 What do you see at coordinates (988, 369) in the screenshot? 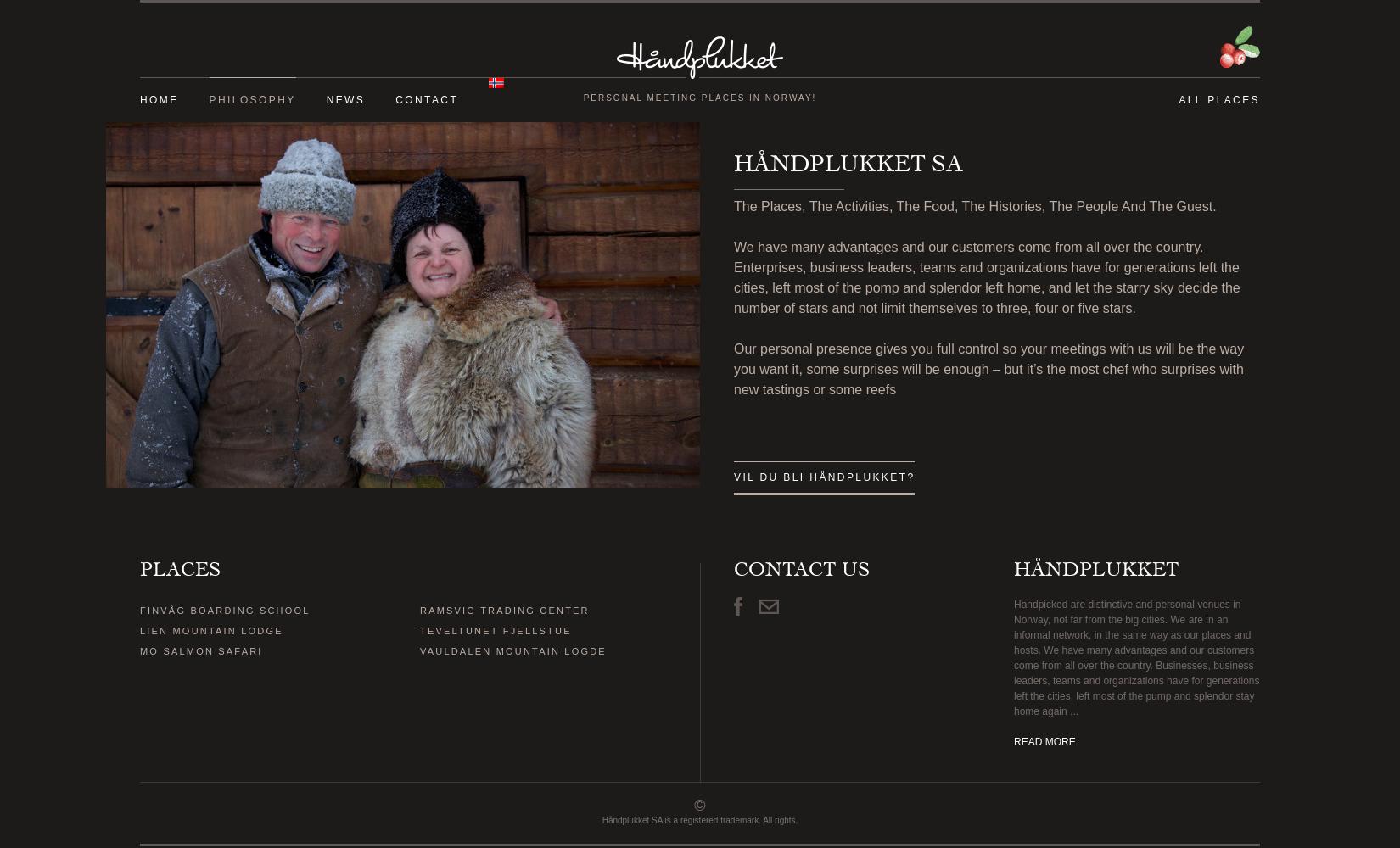
I see `'Our personal presence gives you full control so your meetings with us will be the way you want it, some surprises will be enough – but it’s the most chef who surprises with new tastings or some reefs'` at bounding box center [988, 369].